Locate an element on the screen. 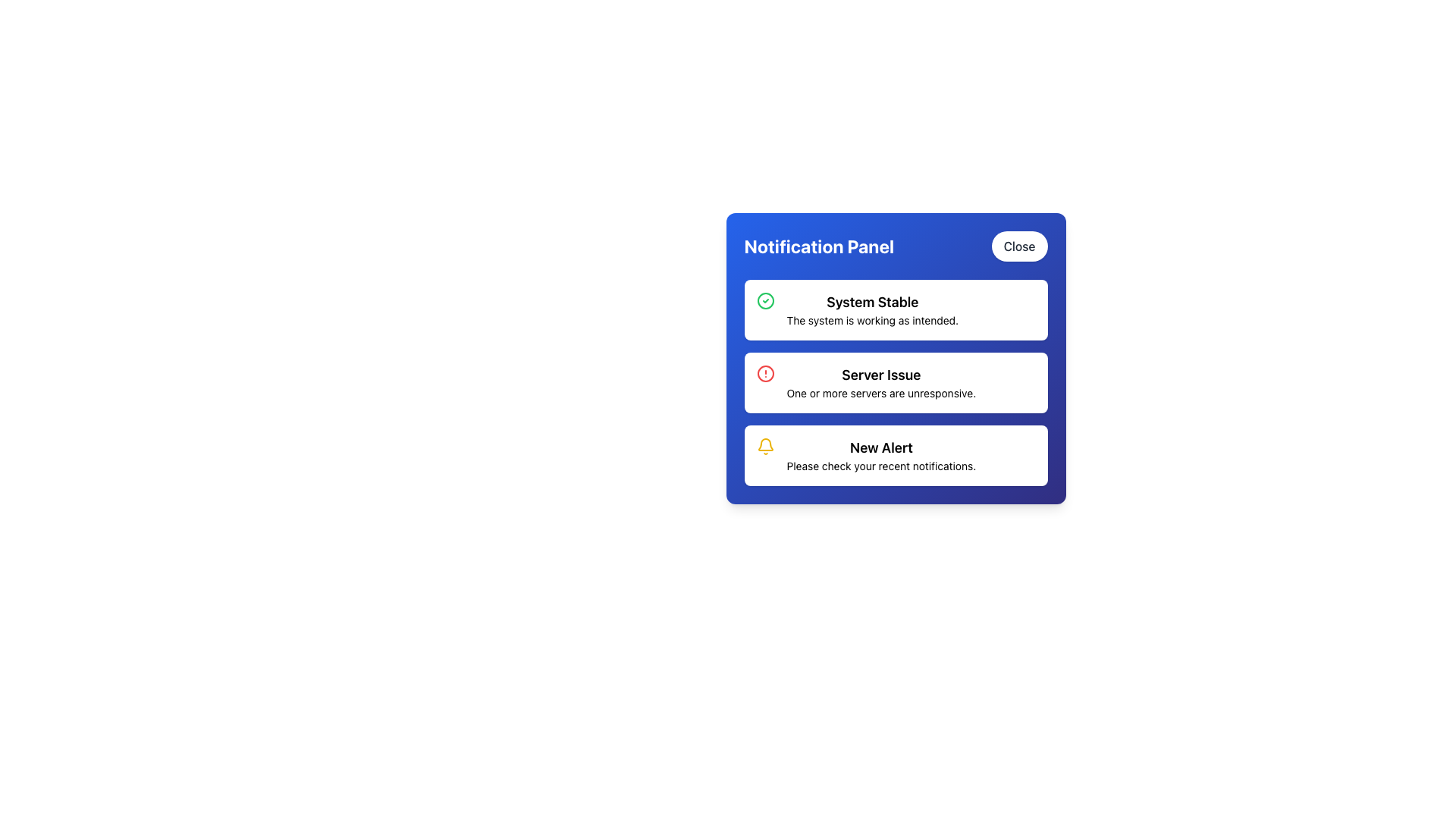 The image size is (1456, 819). the 'Close' button located in the top-right corner of the notification panel header is located at coordinates (1019, 245).